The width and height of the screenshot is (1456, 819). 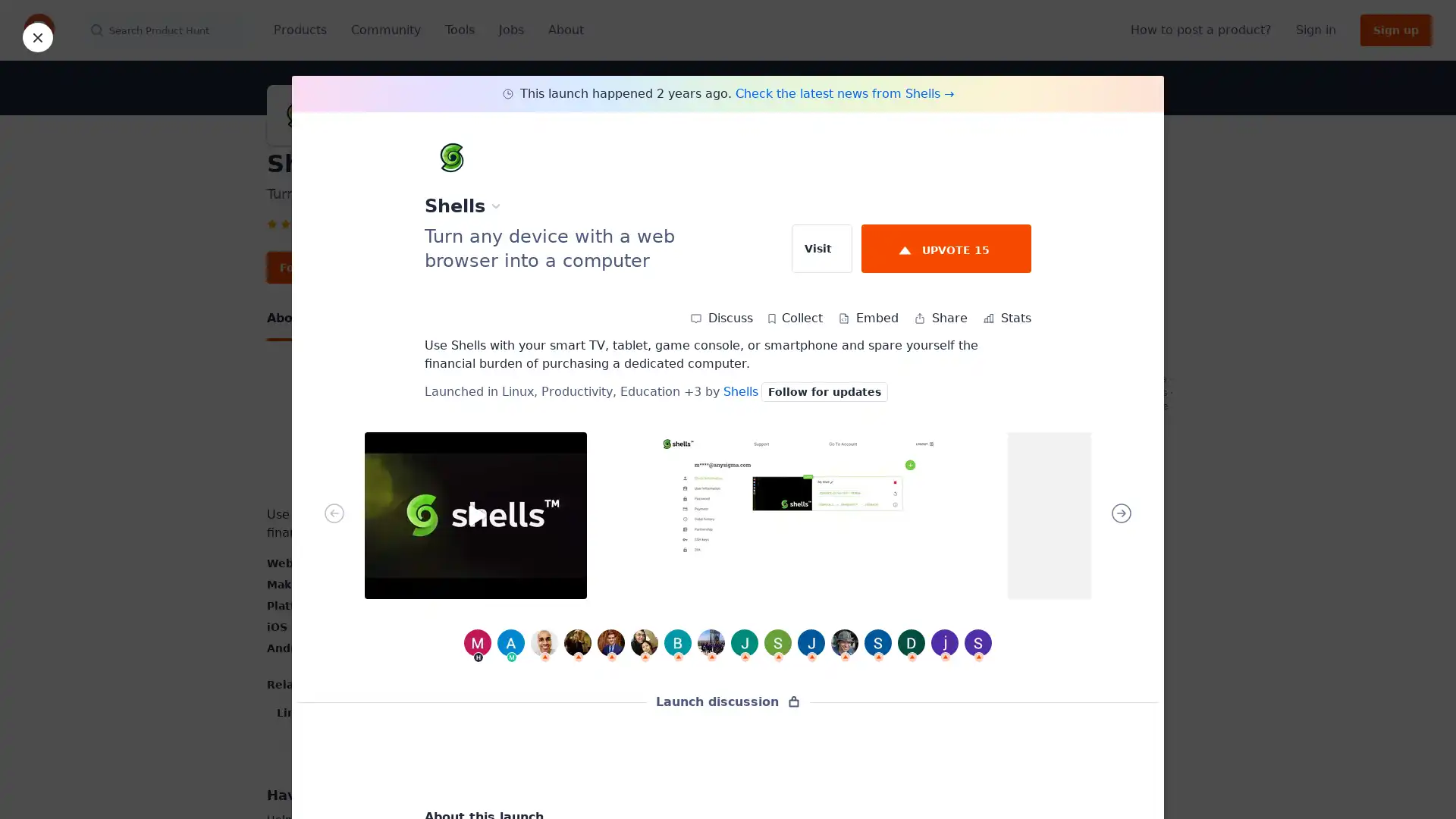 What do you see at coordinates (940, 318) in the screenshot?
I see `Share` at bounding box center [940, 318].